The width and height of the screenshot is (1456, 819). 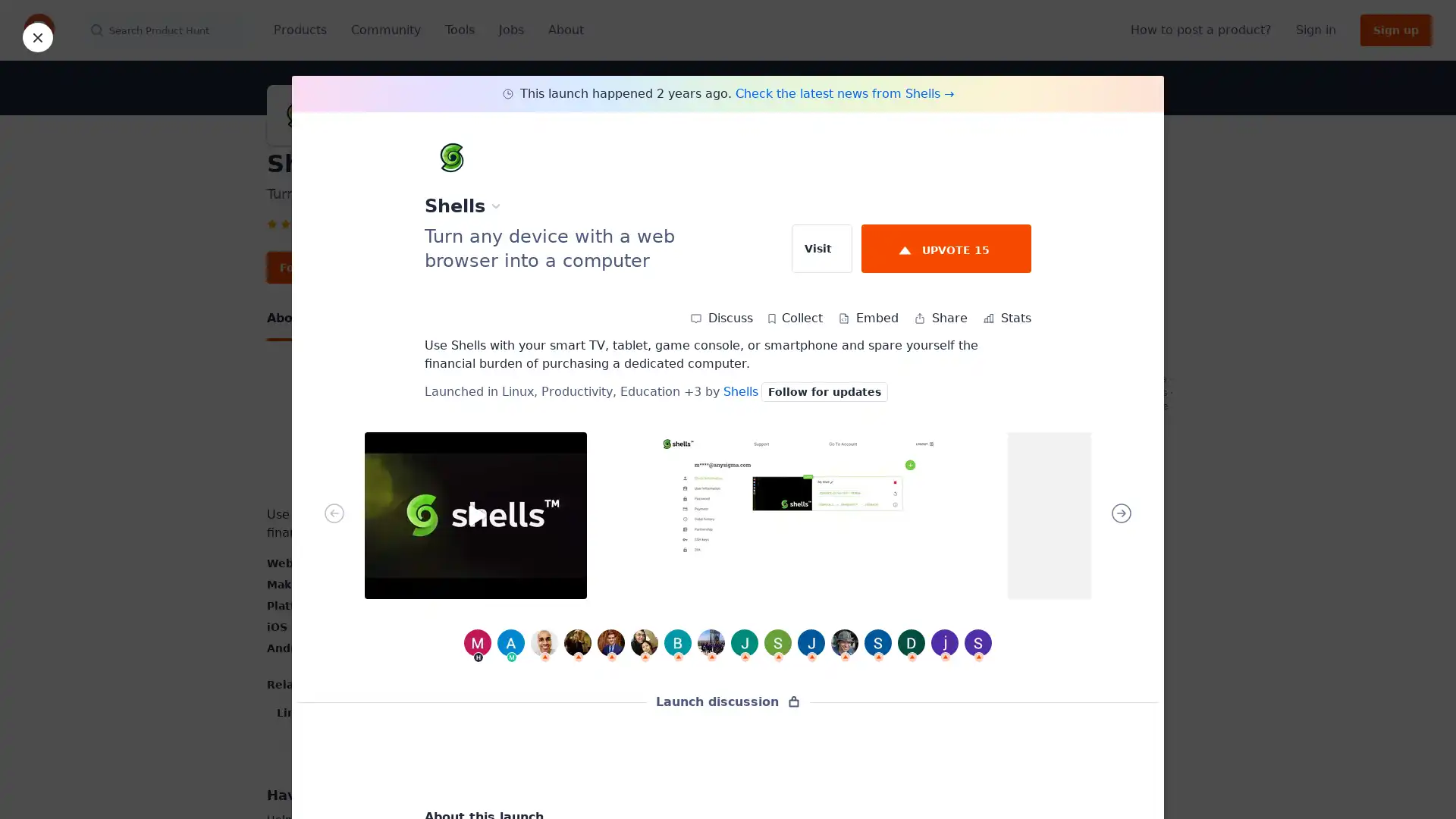 What do you see at coordinates (940, 318) in the screenshot?
I see `Share` at bounding box center [940, 318].